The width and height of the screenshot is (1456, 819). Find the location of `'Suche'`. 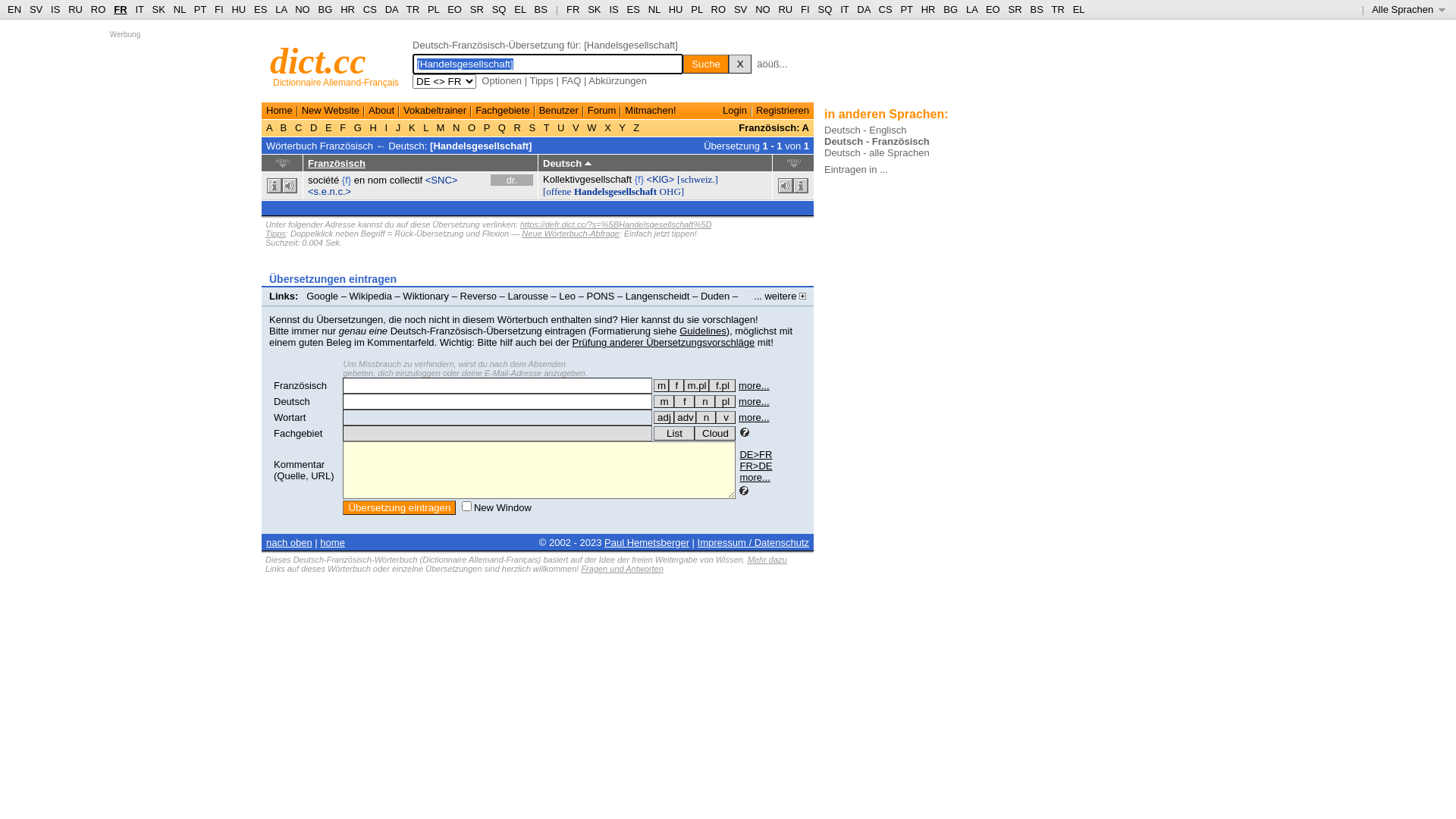

'Suche' is located at coordinates (705, 63).